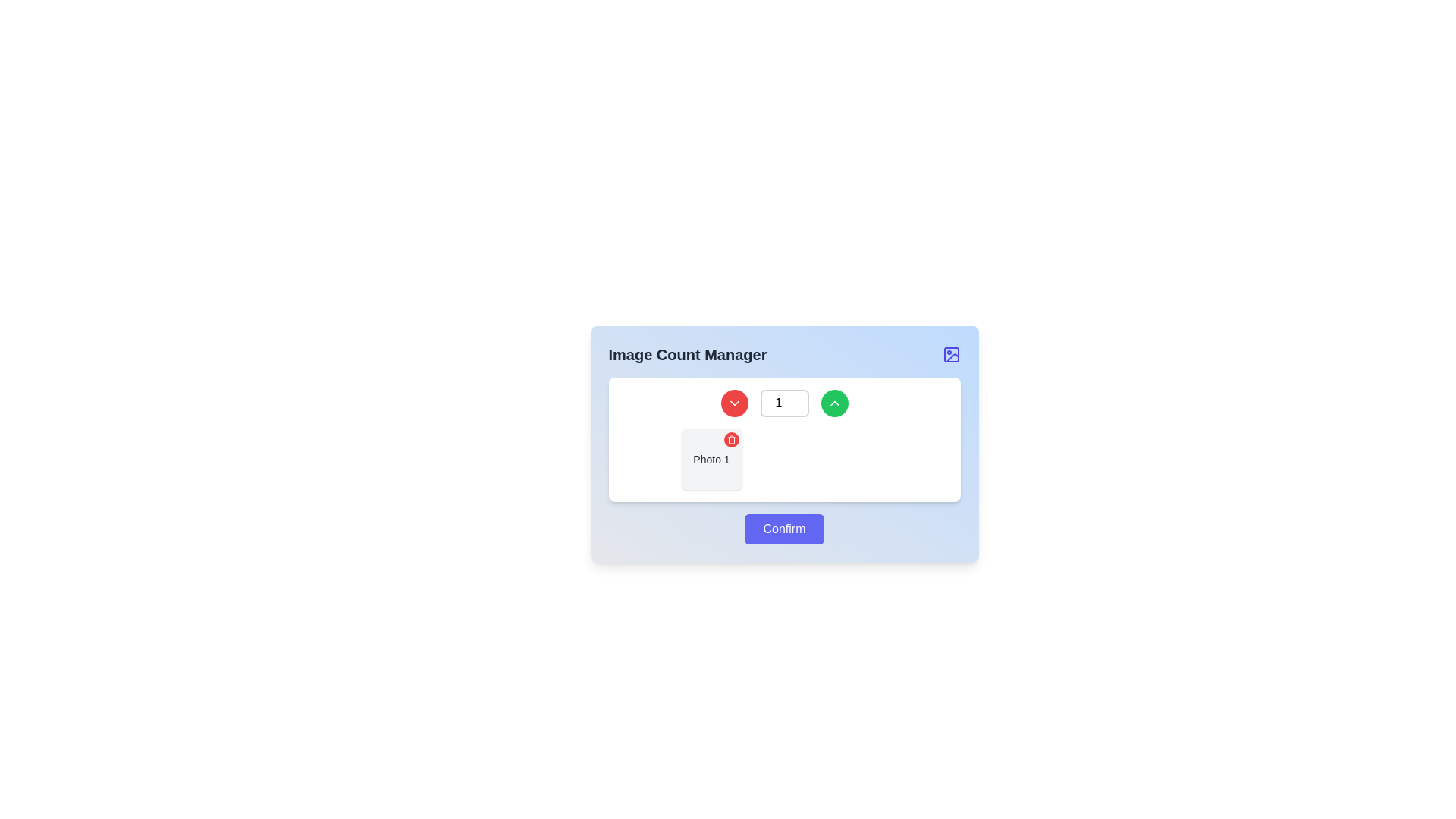 The width and height of the screenshot is (1456, 819). Describe the element at coordinates (950, 354) in the screenshot. I see `the small, blue-outlined square icon located in the top-right corner of the 'Image Count Manager' modal` at that location.